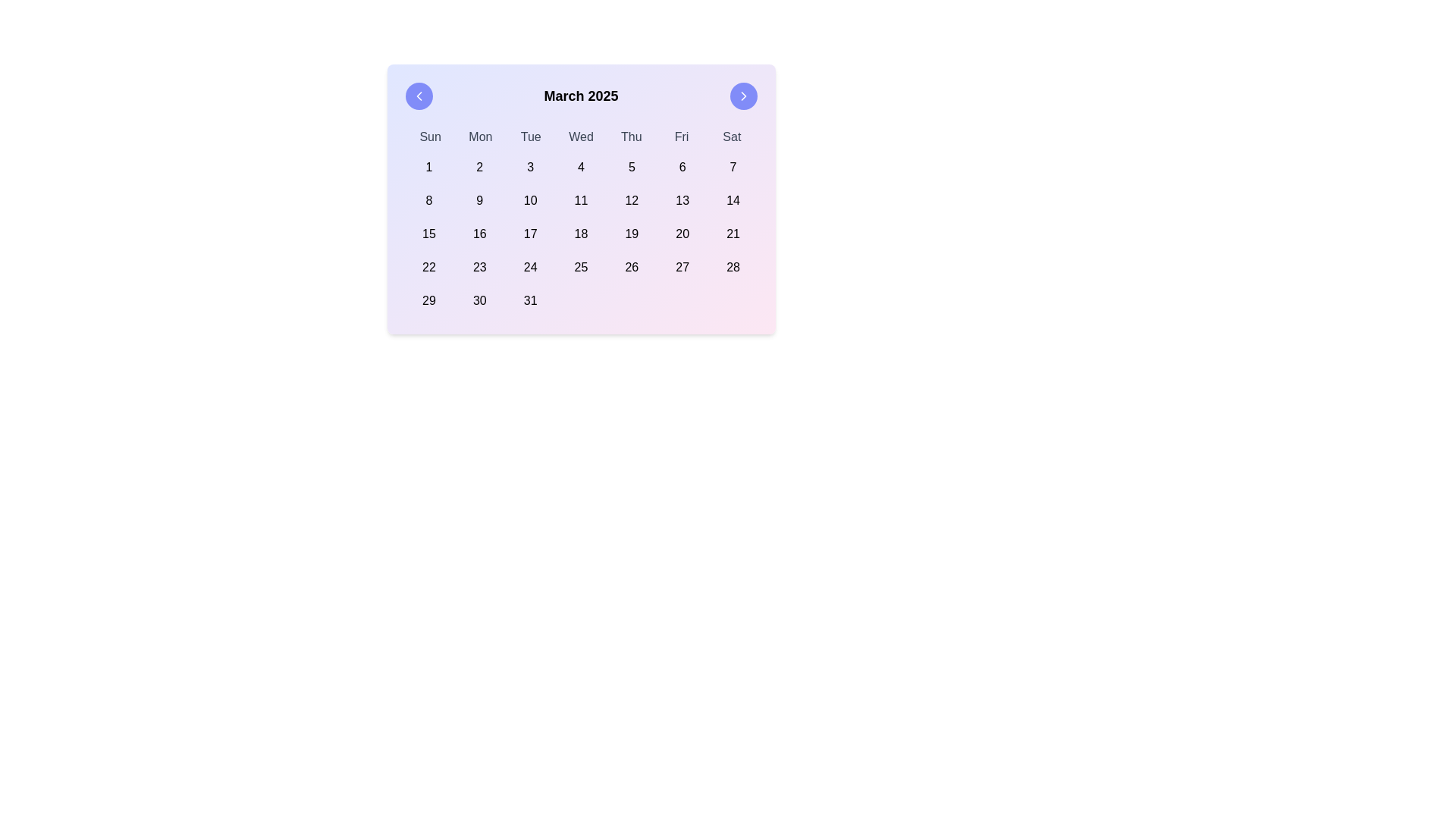 The width and height of the screenshot is (1456, 819). Describe the element at coordinates (743, 96) in the screenshot. I see `the circular blue button with a white rightward chevron icon located in the top right corner of the calendar interface` at that location.